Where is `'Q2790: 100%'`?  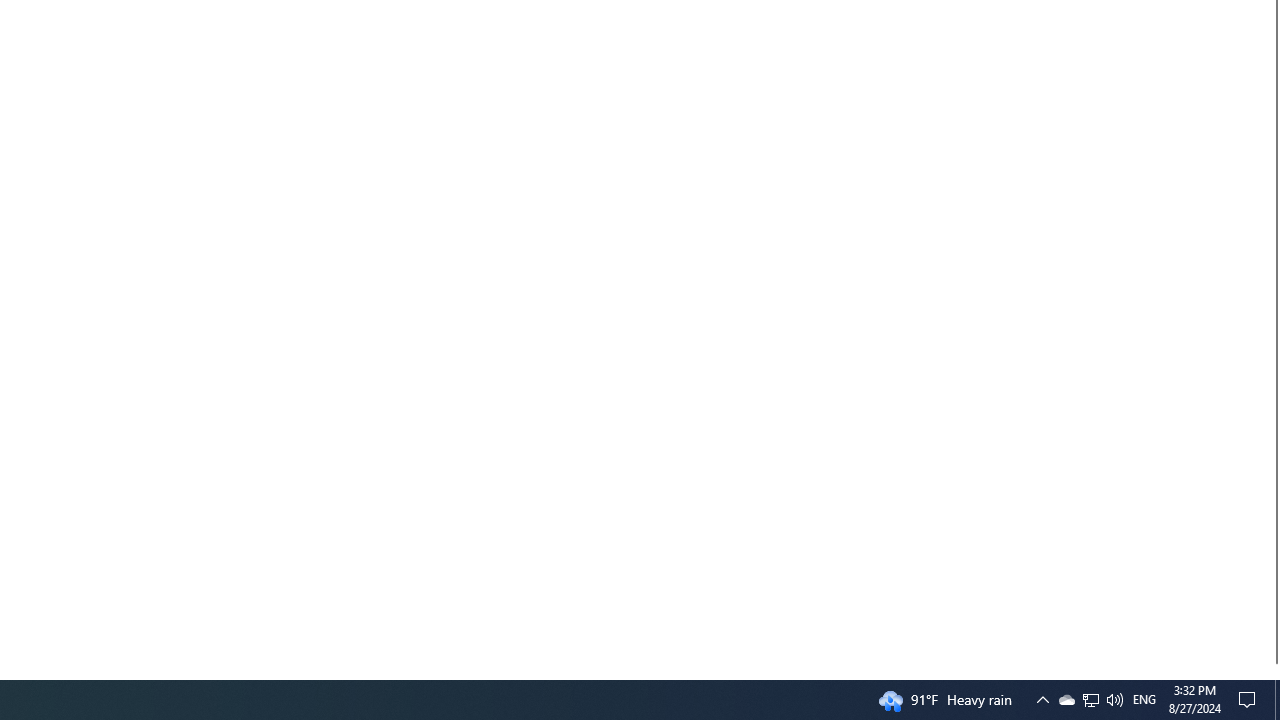 'Q2790: 100%' is located at coordinates (1089, 698).